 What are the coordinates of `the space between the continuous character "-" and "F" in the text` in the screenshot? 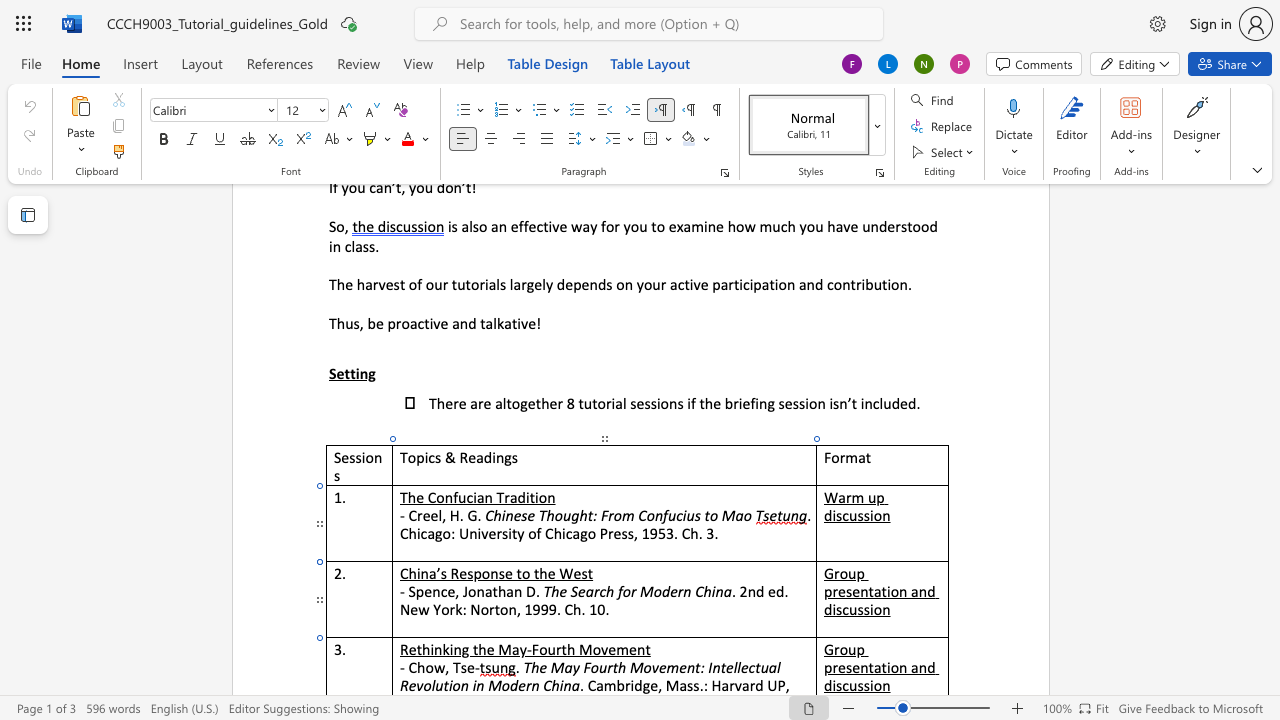 It's located at (532, 649).